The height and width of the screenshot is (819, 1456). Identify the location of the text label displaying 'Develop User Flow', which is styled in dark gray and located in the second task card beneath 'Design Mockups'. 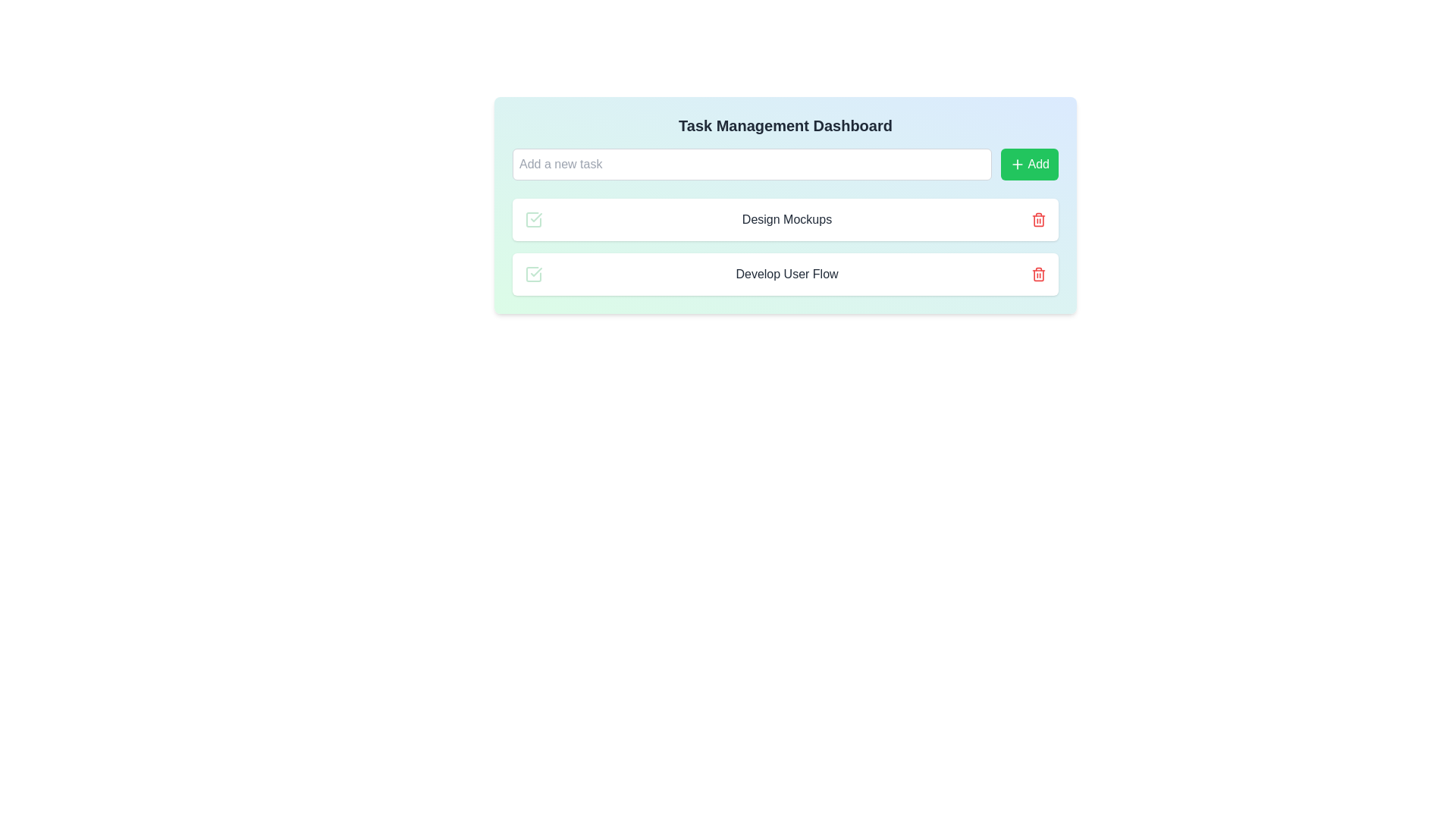
(786, 275).